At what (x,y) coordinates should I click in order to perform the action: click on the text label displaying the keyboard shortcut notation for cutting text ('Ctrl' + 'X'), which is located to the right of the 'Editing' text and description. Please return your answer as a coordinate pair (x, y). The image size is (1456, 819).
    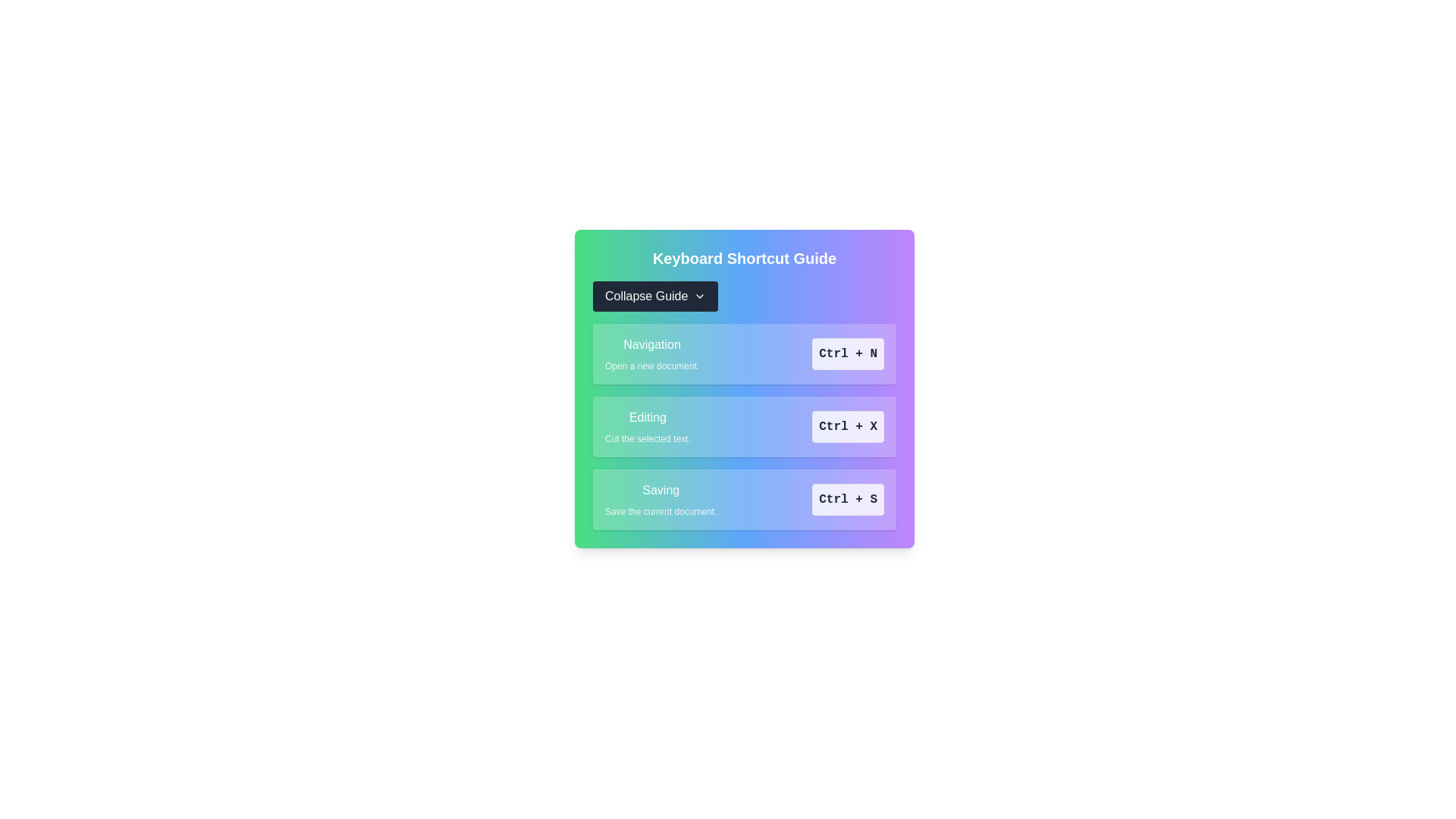
    Looking at the image, I should click on (847, 427).